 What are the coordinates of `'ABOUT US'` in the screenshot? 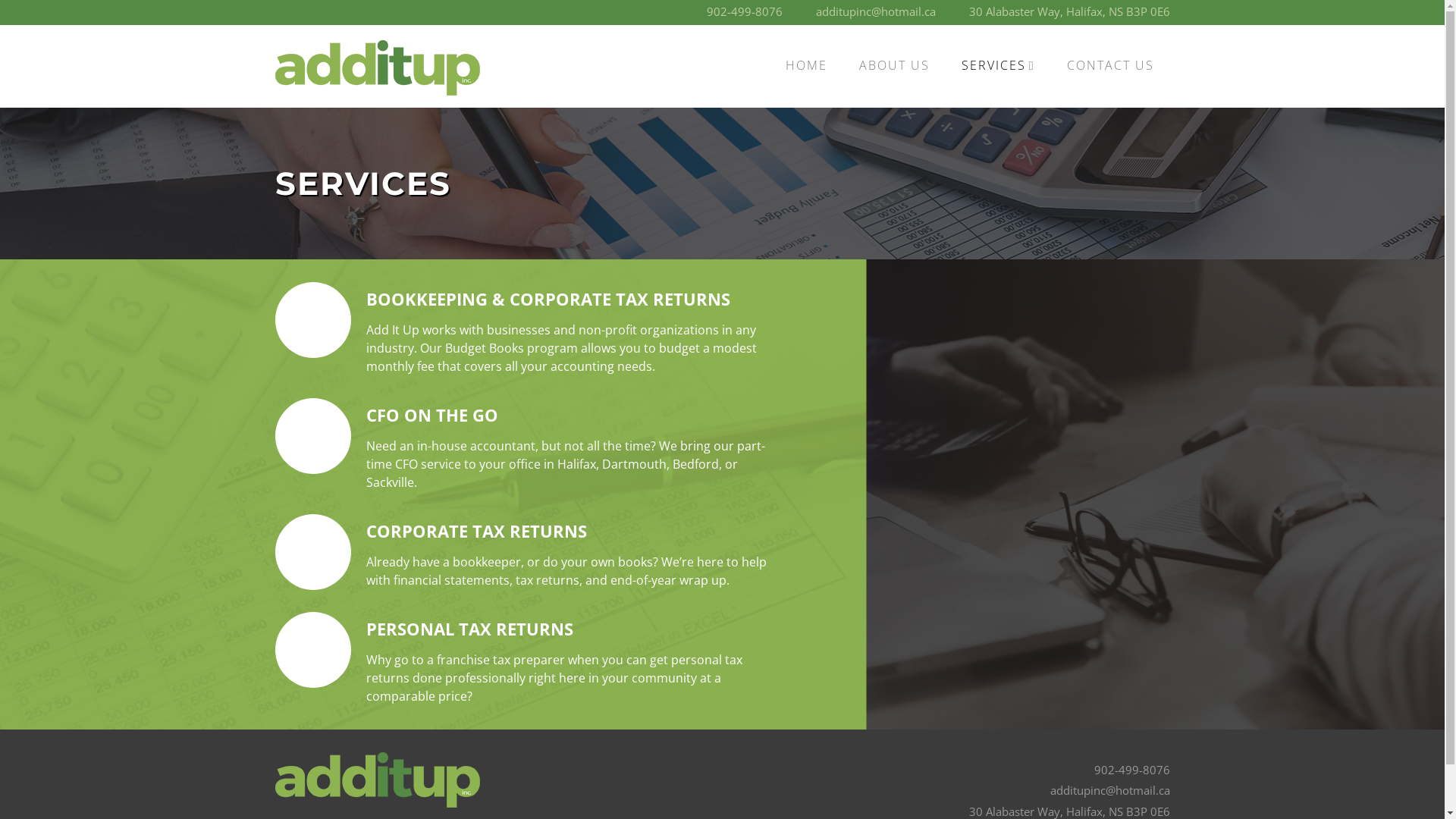 It's located at (894, 64).